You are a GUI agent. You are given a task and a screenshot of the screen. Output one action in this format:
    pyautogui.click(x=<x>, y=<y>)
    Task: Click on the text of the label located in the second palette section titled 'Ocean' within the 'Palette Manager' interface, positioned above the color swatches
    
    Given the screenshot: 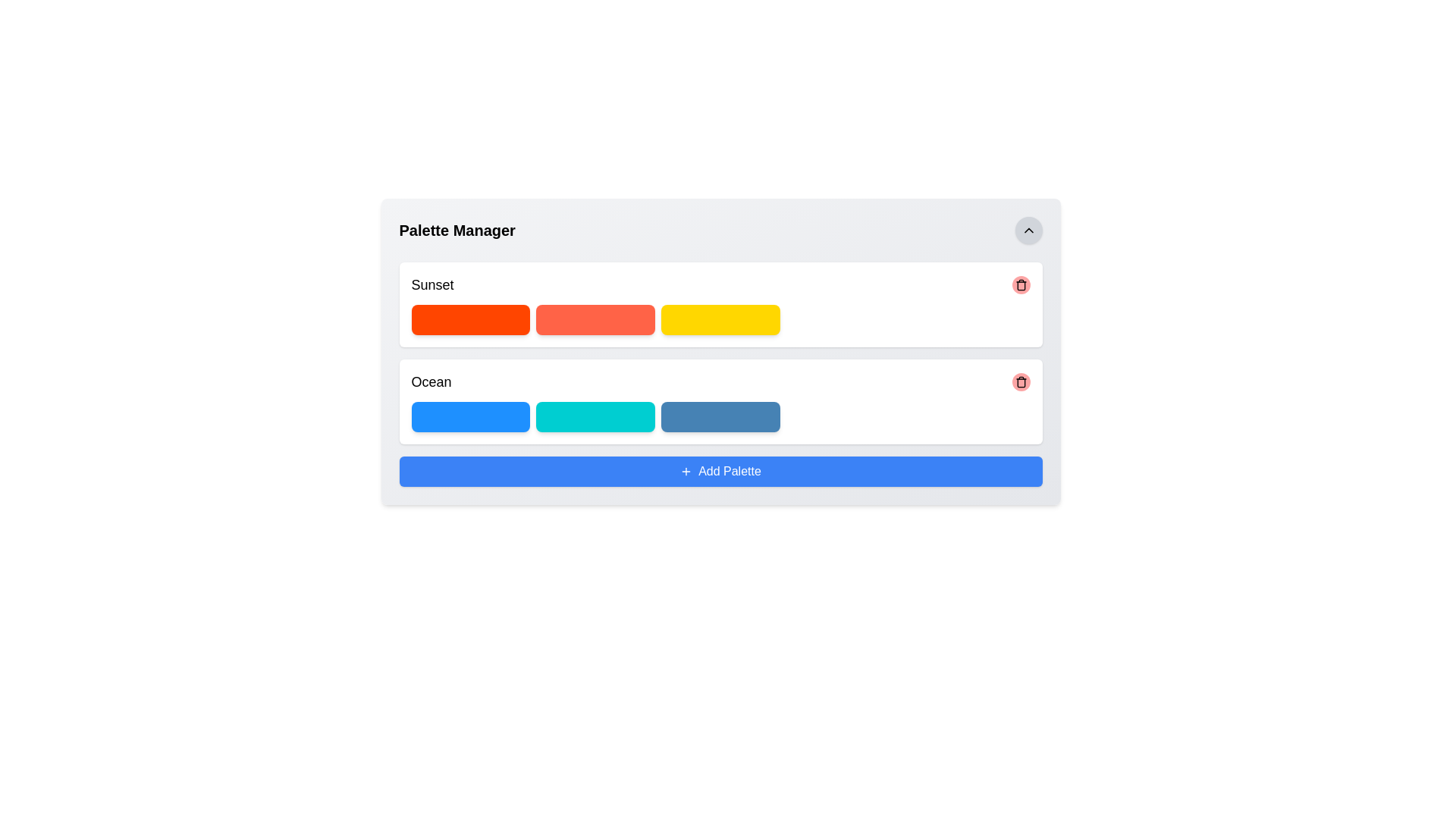 What is the action you would take?
    pyautogui.click(x=431, y=381)
    